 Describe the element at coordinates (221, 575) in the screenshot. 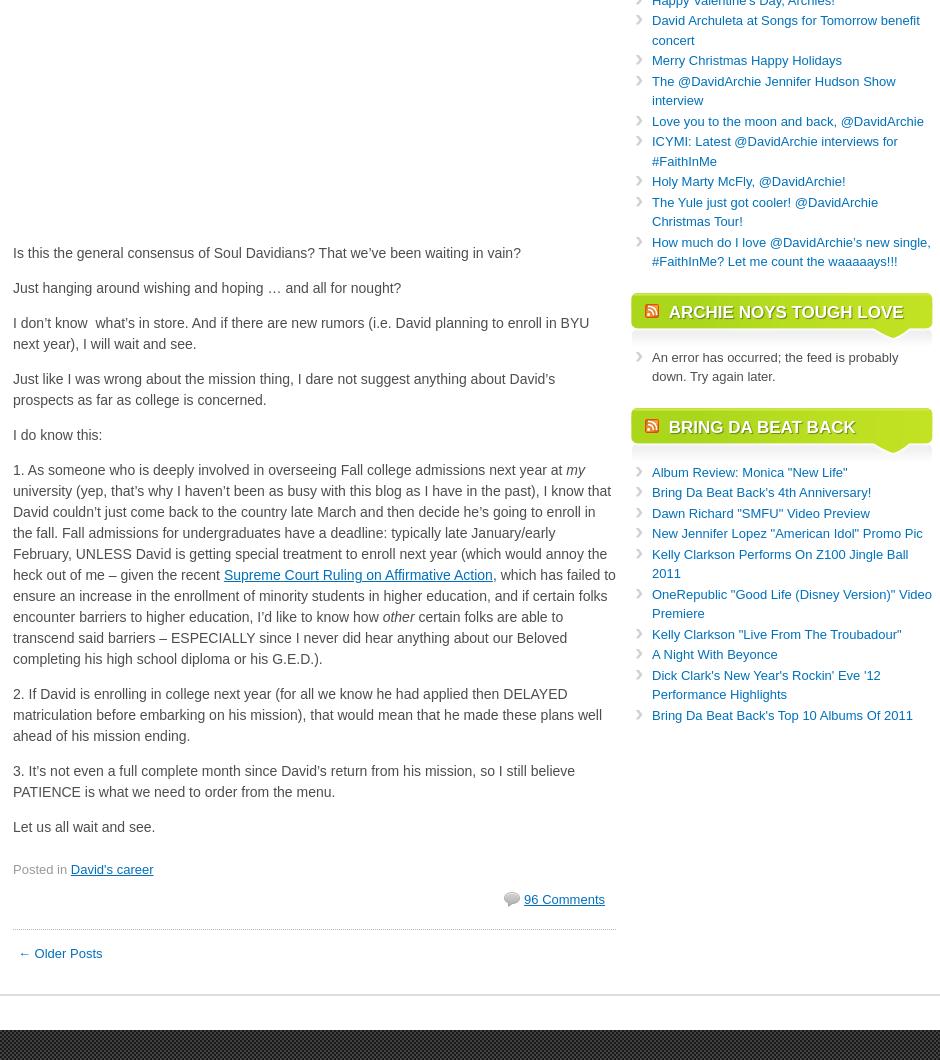

I see `'Supreme Court Ruling on Affirmative Action'` at that location.